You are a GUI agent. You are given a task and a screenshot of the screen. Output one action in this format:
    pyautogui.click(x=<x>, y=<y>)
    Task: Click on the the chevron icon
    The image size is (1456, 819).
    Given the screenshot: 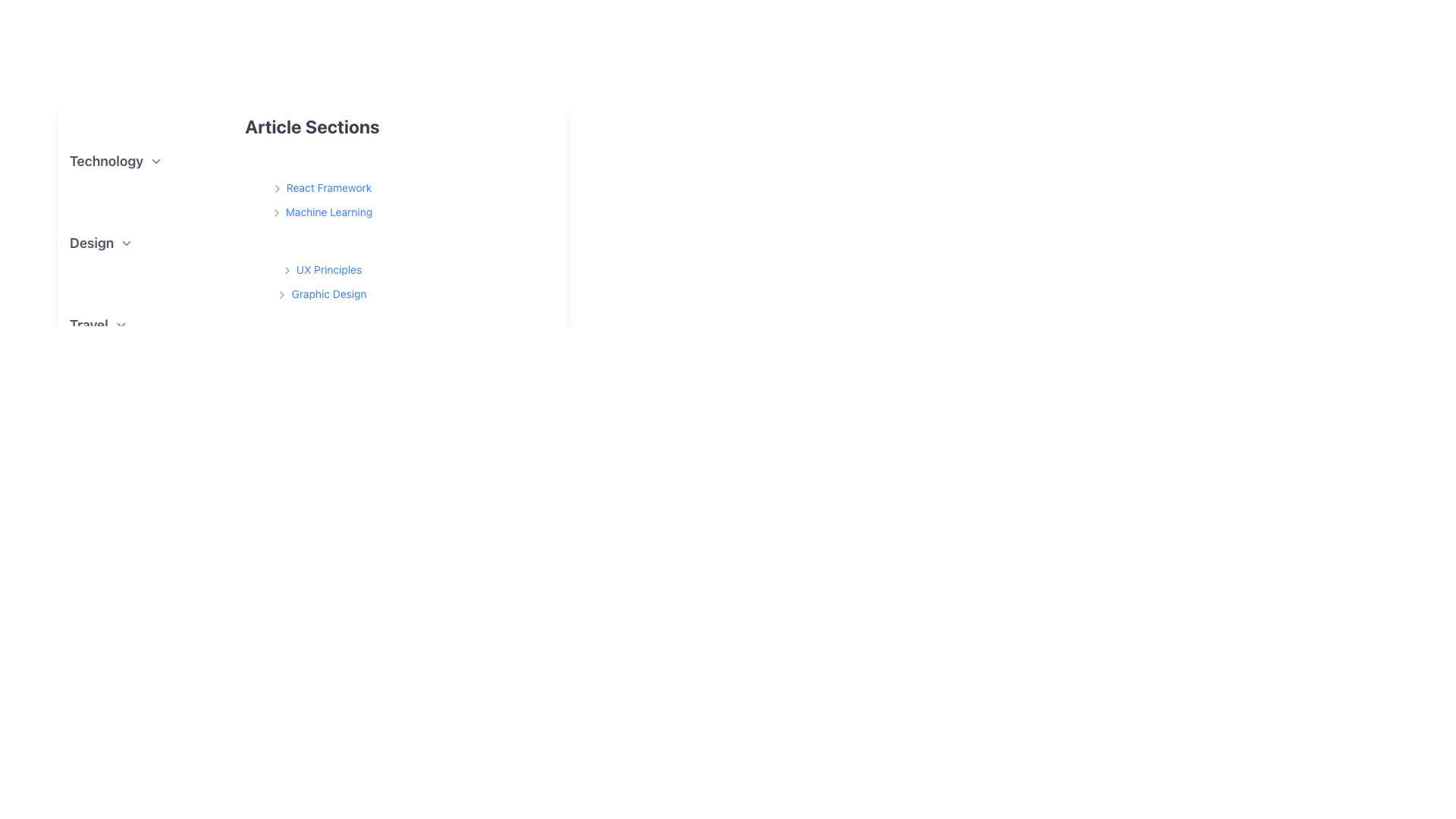 What is the action you would take?
    pyautogui.click(x=120, y=324)
    